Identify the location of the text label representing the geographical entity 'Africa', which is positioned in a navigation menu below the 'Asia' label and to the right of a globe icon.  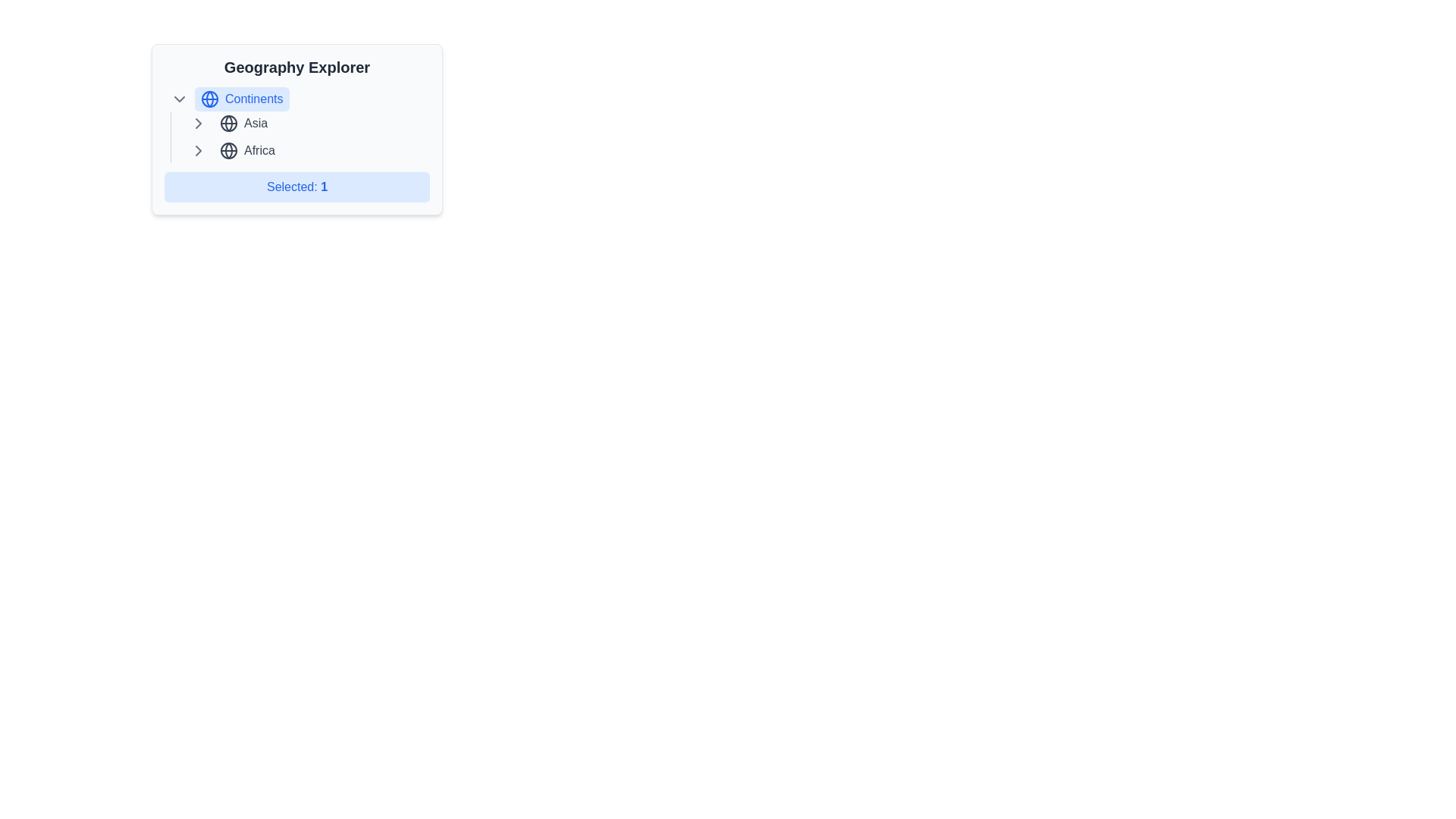
(259, 151).